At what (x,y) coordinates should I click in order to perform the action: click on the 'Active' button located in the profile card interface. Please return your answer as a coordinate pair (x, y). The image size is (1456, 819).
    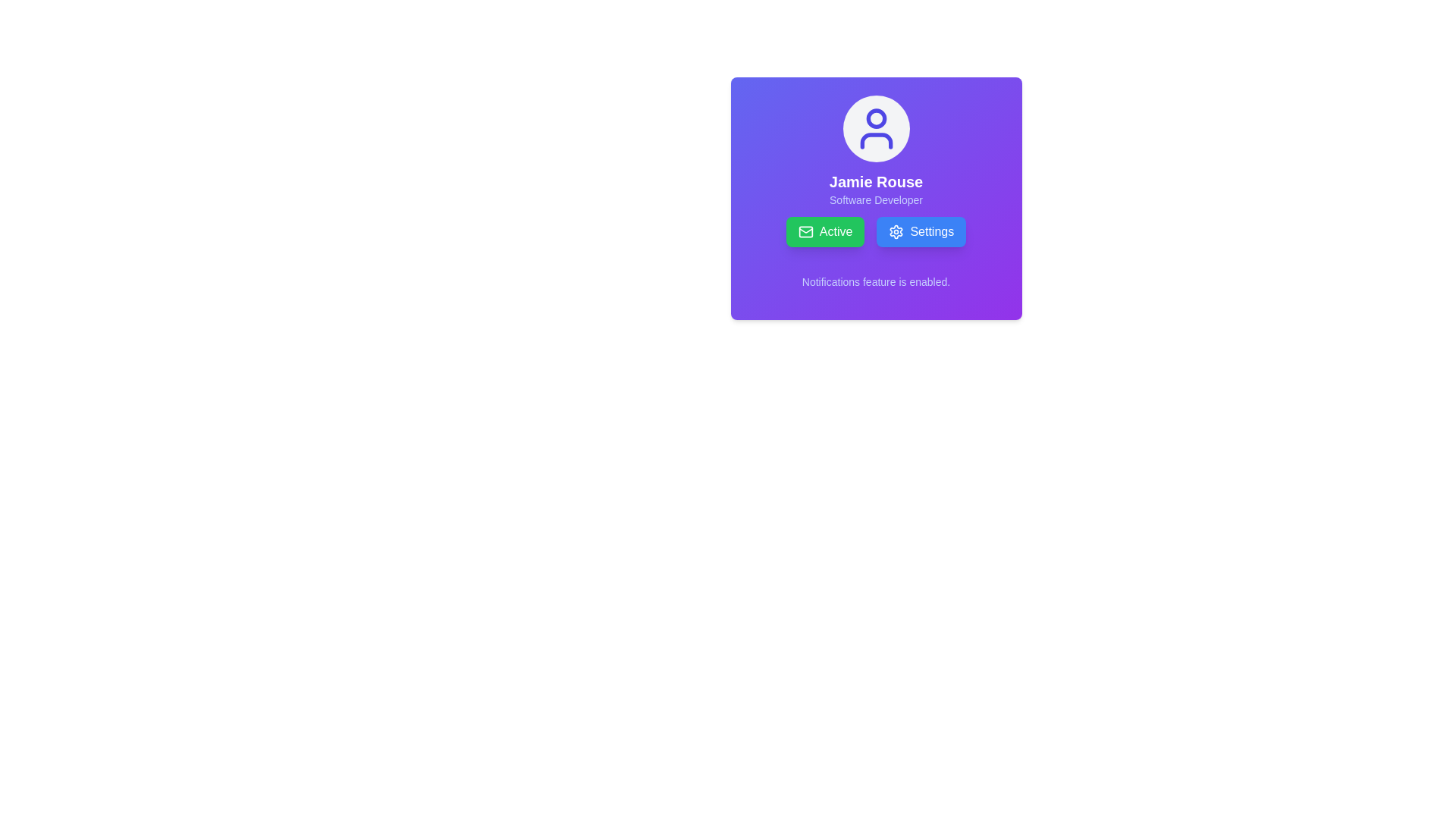
    Looking at the image, I should click on (824, 231).